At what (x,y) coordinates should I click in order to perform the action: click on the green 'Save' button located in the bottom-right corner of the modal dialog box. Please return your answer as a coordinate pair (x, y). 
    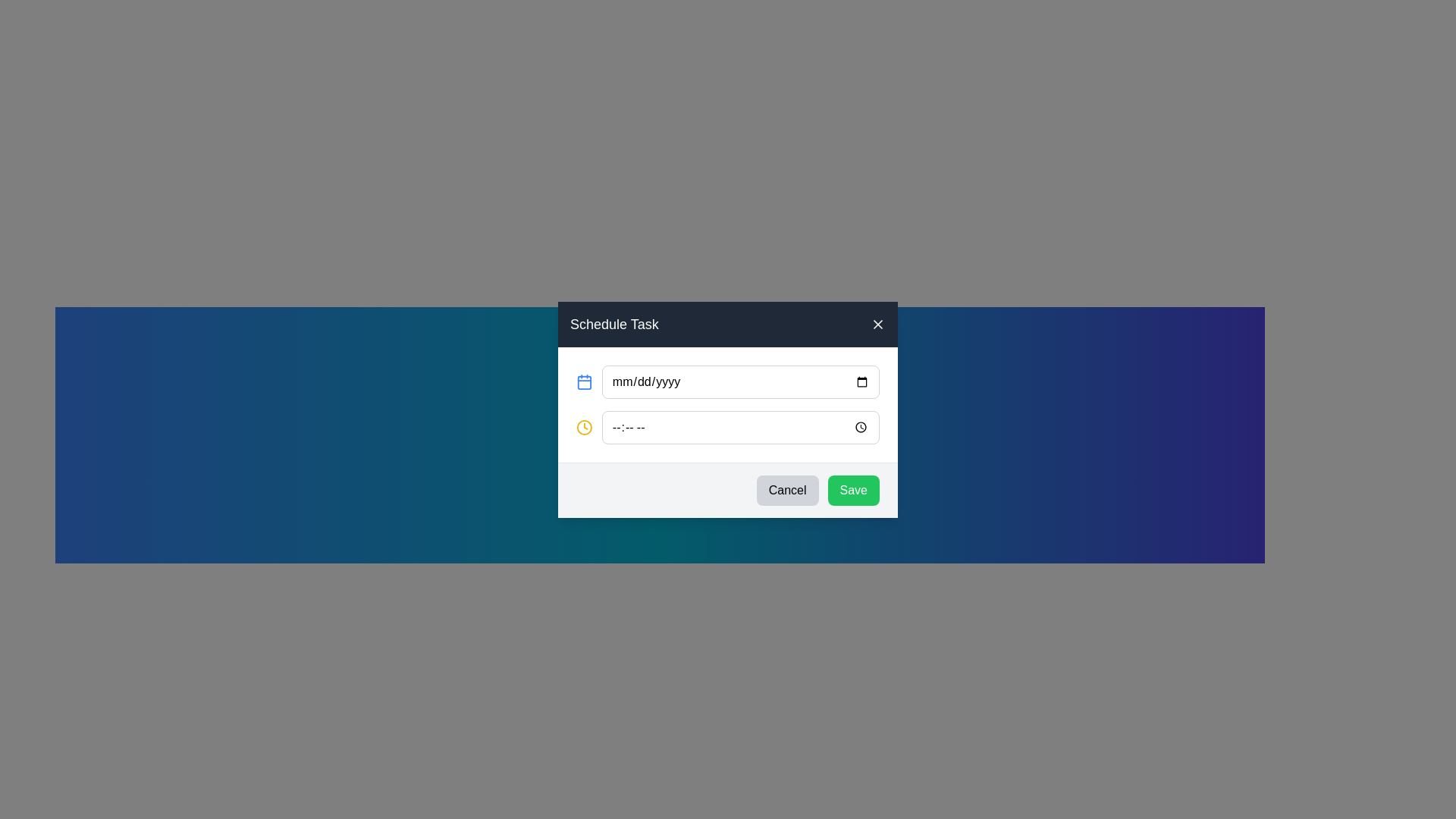
    Looking at the image, I should click on (853, 490).